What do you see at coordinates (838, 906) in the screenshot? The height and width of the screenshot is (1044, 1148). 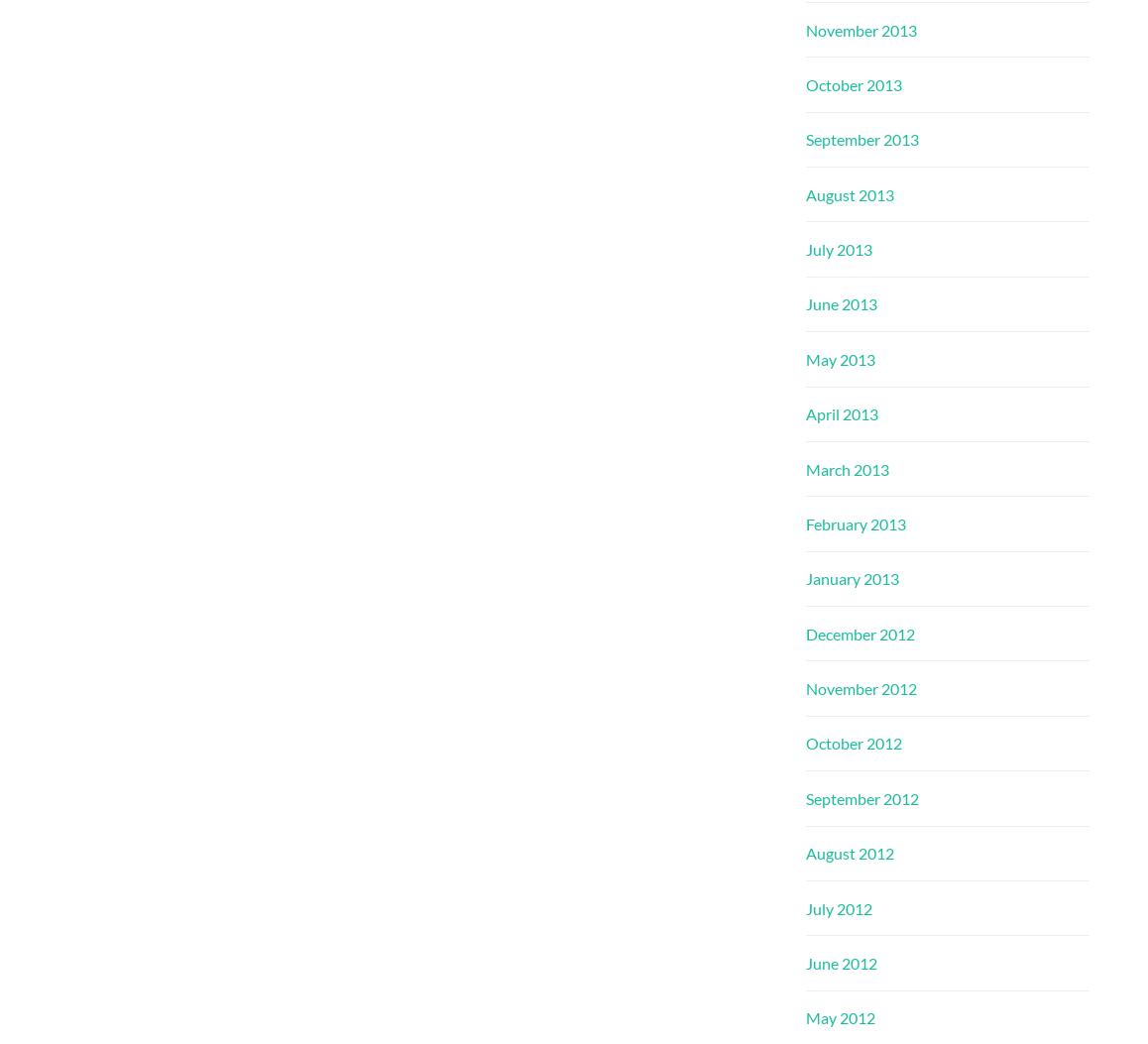 I see `'July 2012'` at bounding box center [838, 906].